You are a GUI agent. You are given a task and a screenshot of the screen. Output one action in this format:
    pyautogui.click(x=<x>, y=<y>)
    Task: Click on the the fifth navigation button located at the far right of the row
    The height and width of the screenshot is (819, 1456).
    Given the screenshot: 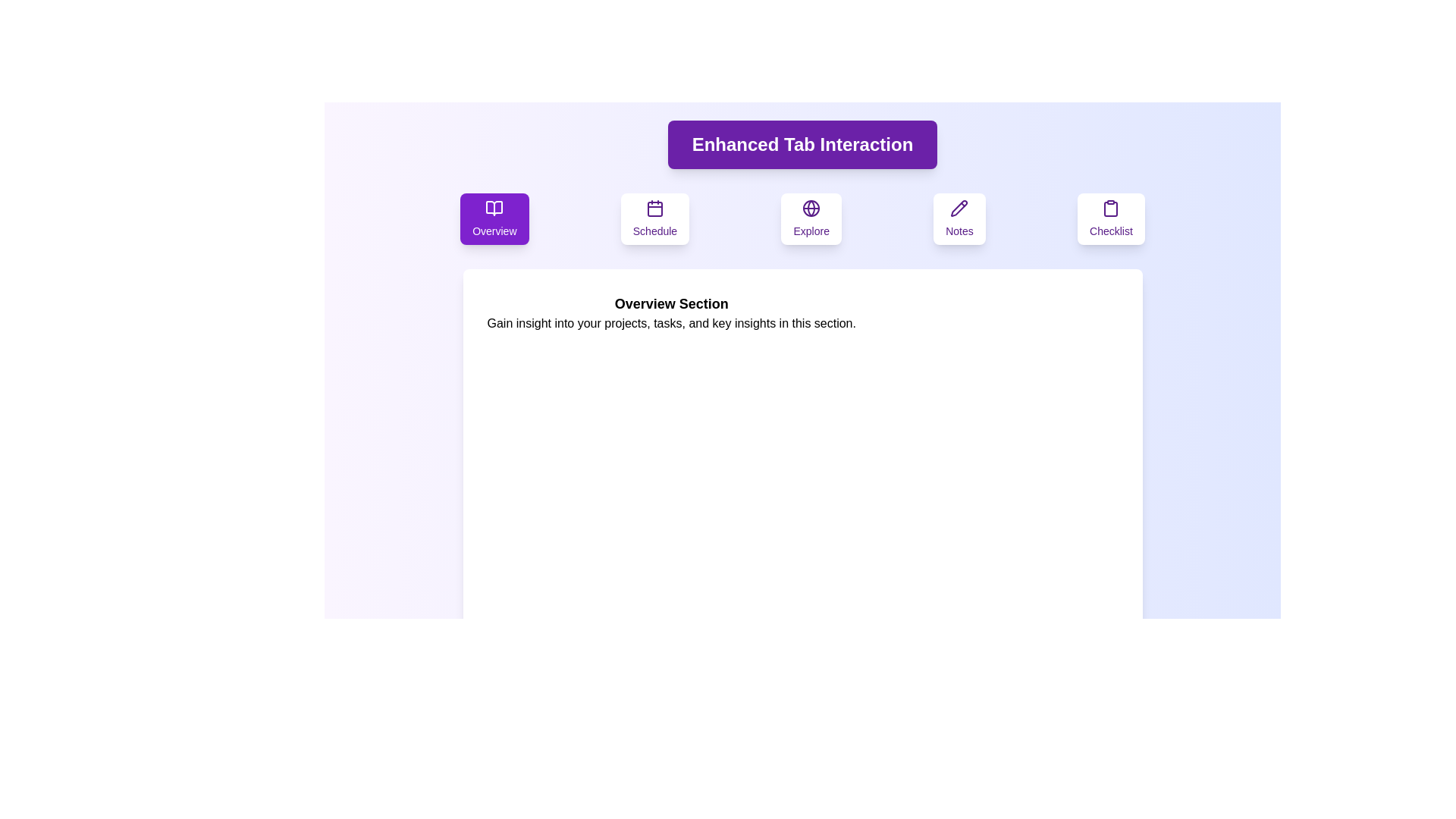 What is the action you would take?
    pyautogui.click(x=1111, y=219)
    